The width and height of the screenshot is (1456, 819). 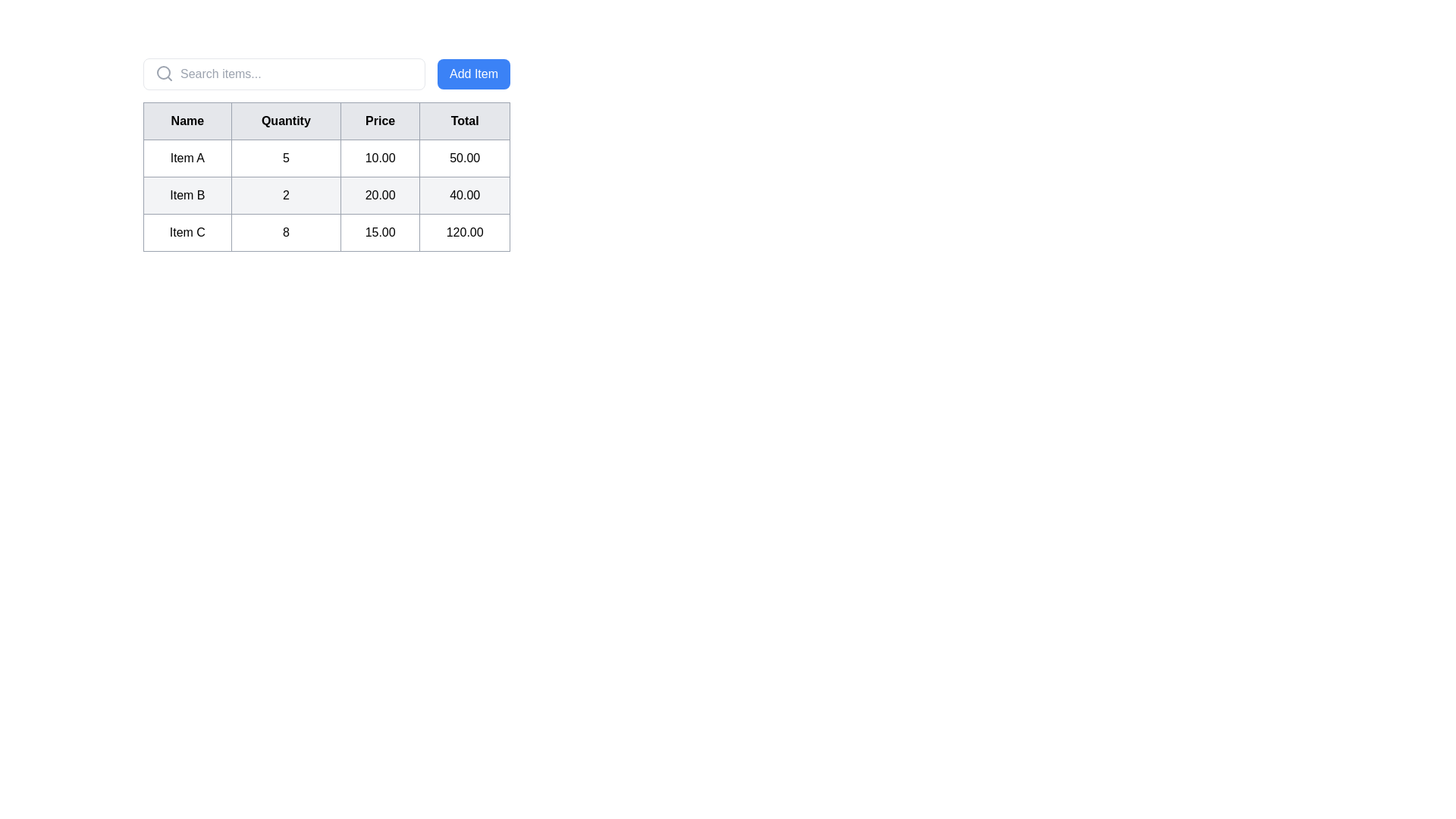 What do you see at coordinates (186, 195) in the screenshot?
I see `the Text cell in the first column of the second row under the 'Name' header to interact with the descriptive label for the item` at bounding box center [186, 195].